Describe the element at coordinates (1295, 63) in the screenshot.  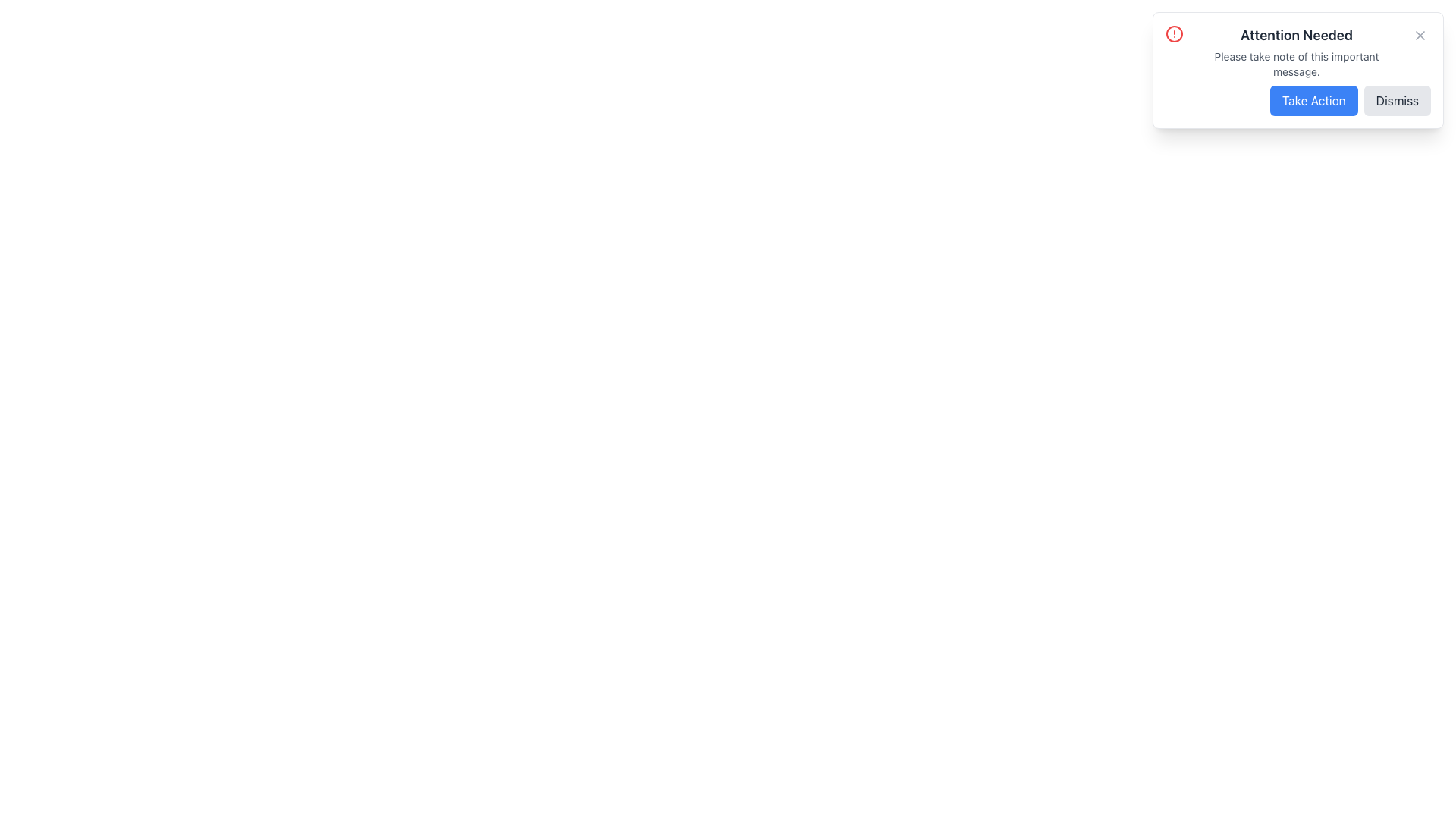
I see `the text block that displays the message 'Please take note of this important message.' positioned beneath the 'Attention Needed' header in a card-like notification box` at that location.